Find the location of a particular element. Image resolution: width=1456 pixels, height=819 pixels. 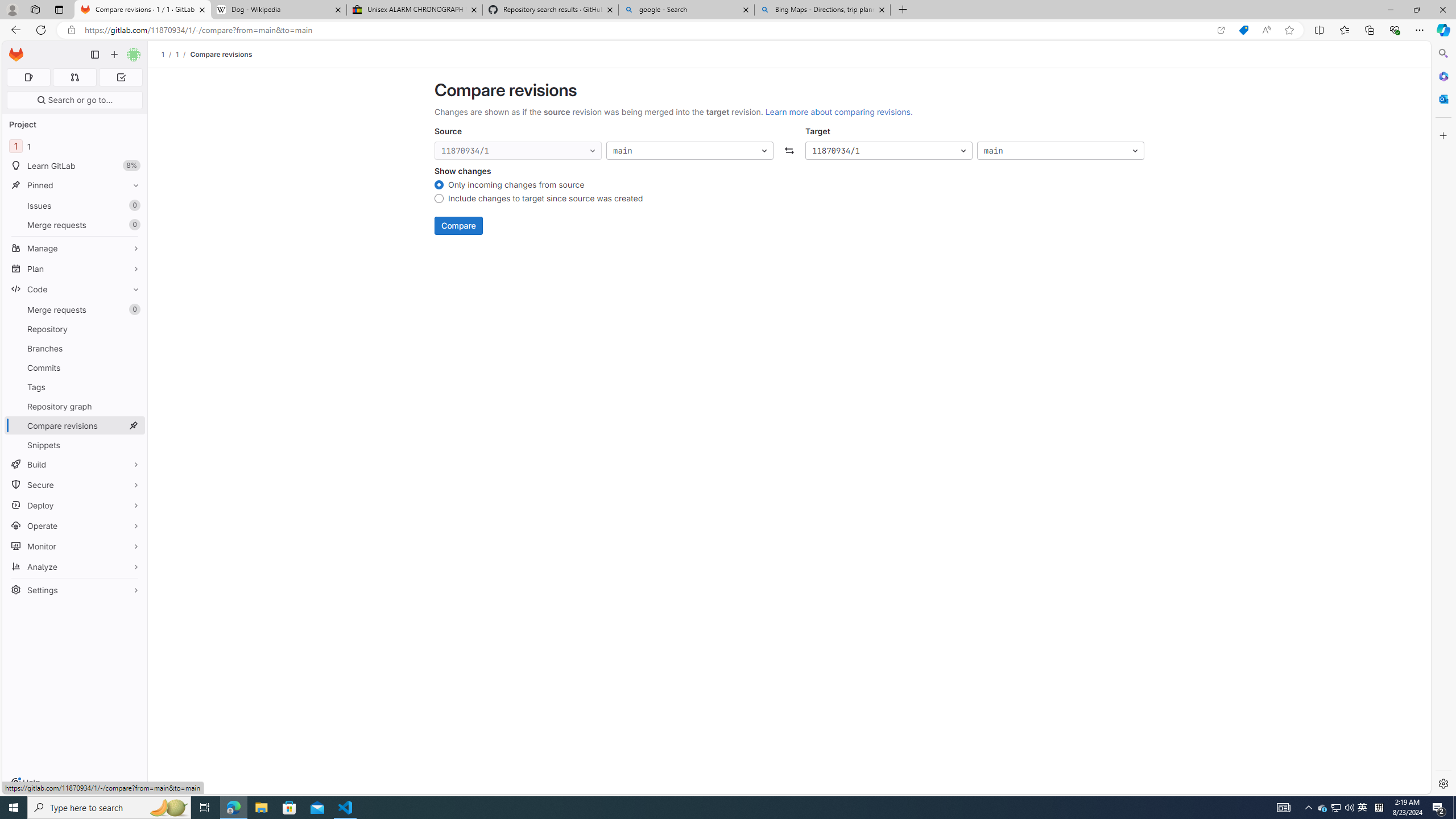

'Snippets' is located at coordinates (74, 444).